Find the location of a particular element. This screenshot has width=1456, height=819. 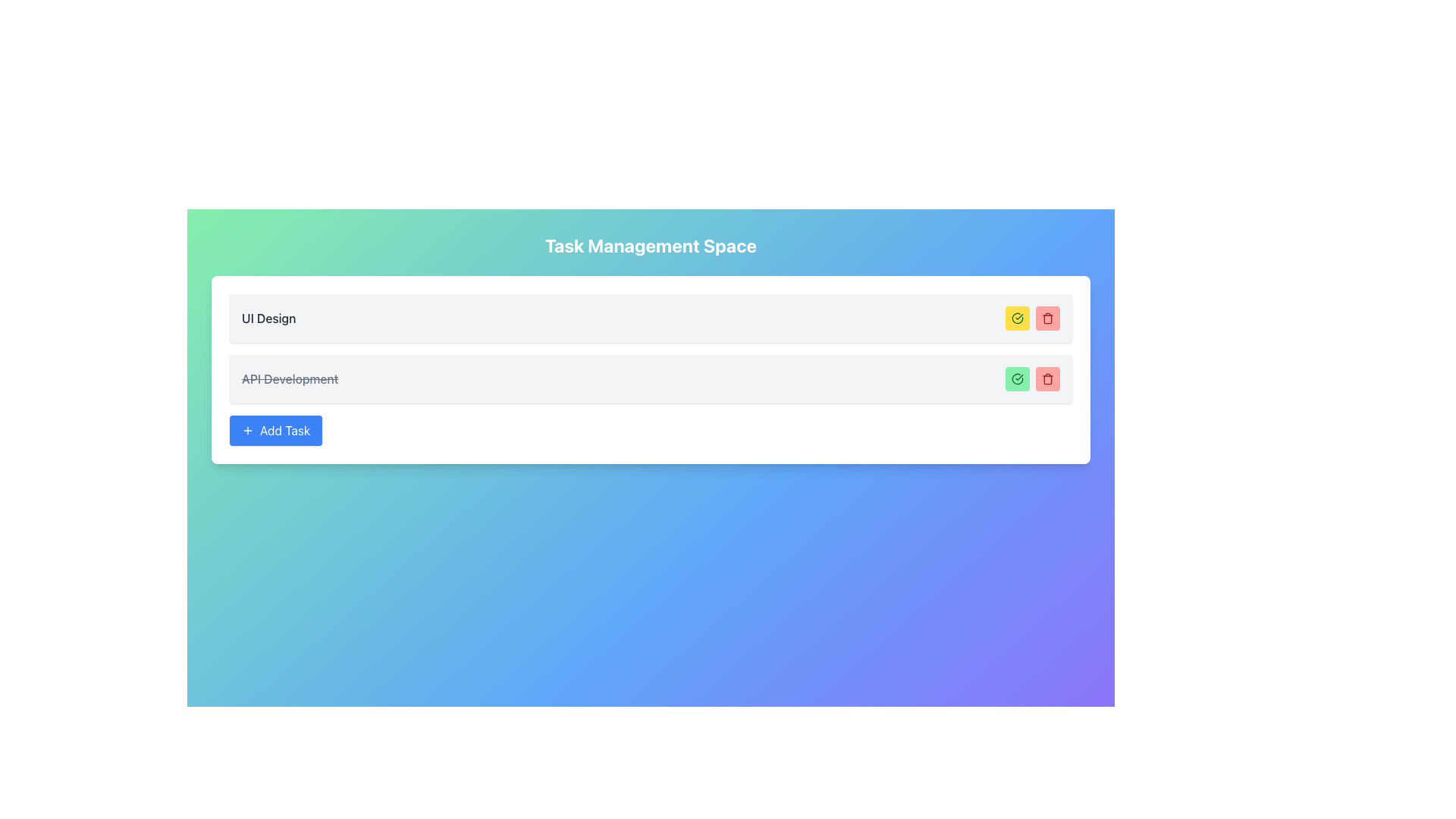

the delete button located is located at coordinates (1047, 318).